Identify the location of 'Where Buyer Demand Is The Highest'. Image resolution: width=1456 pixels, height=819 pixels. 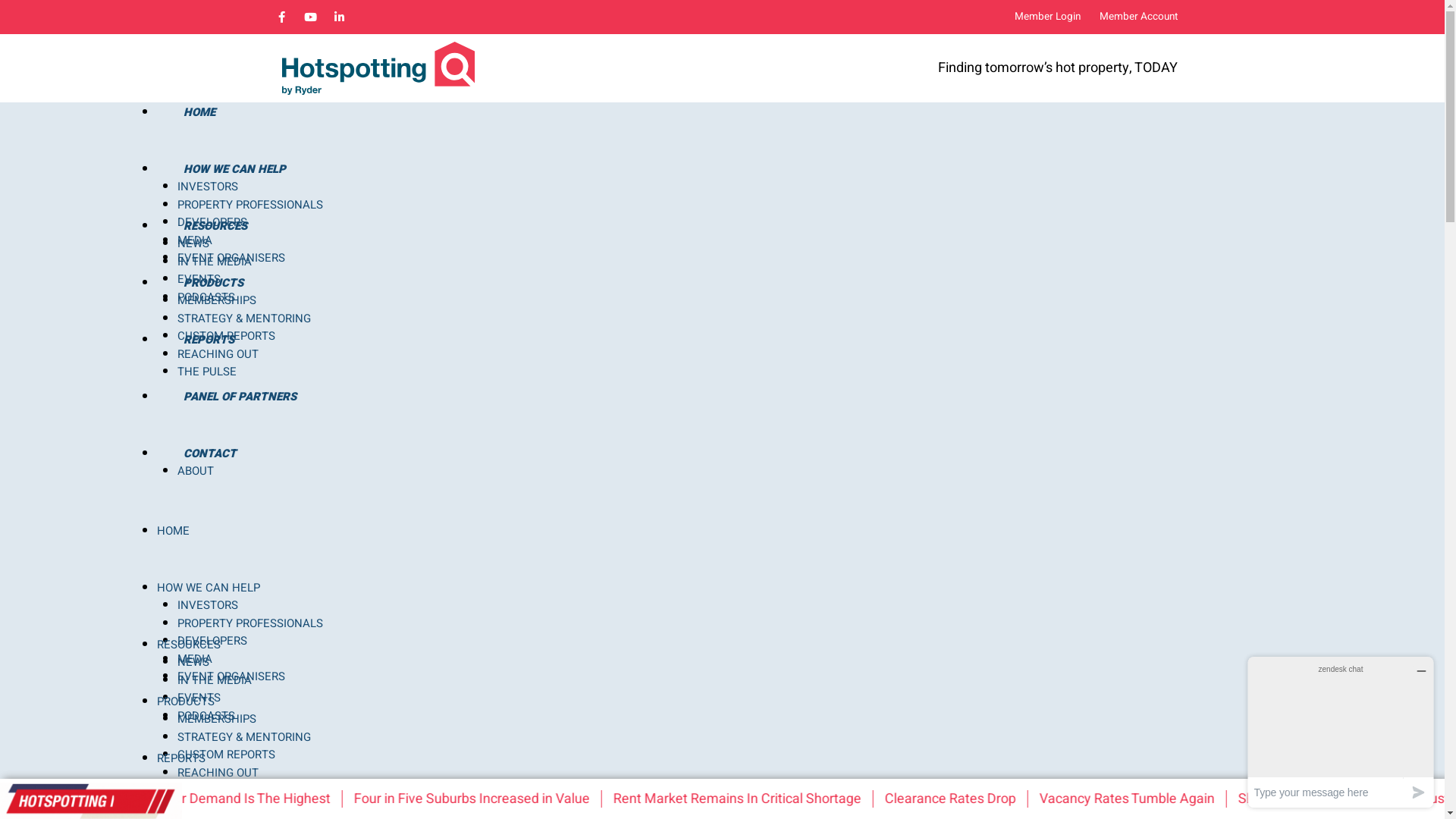
(238, 798).